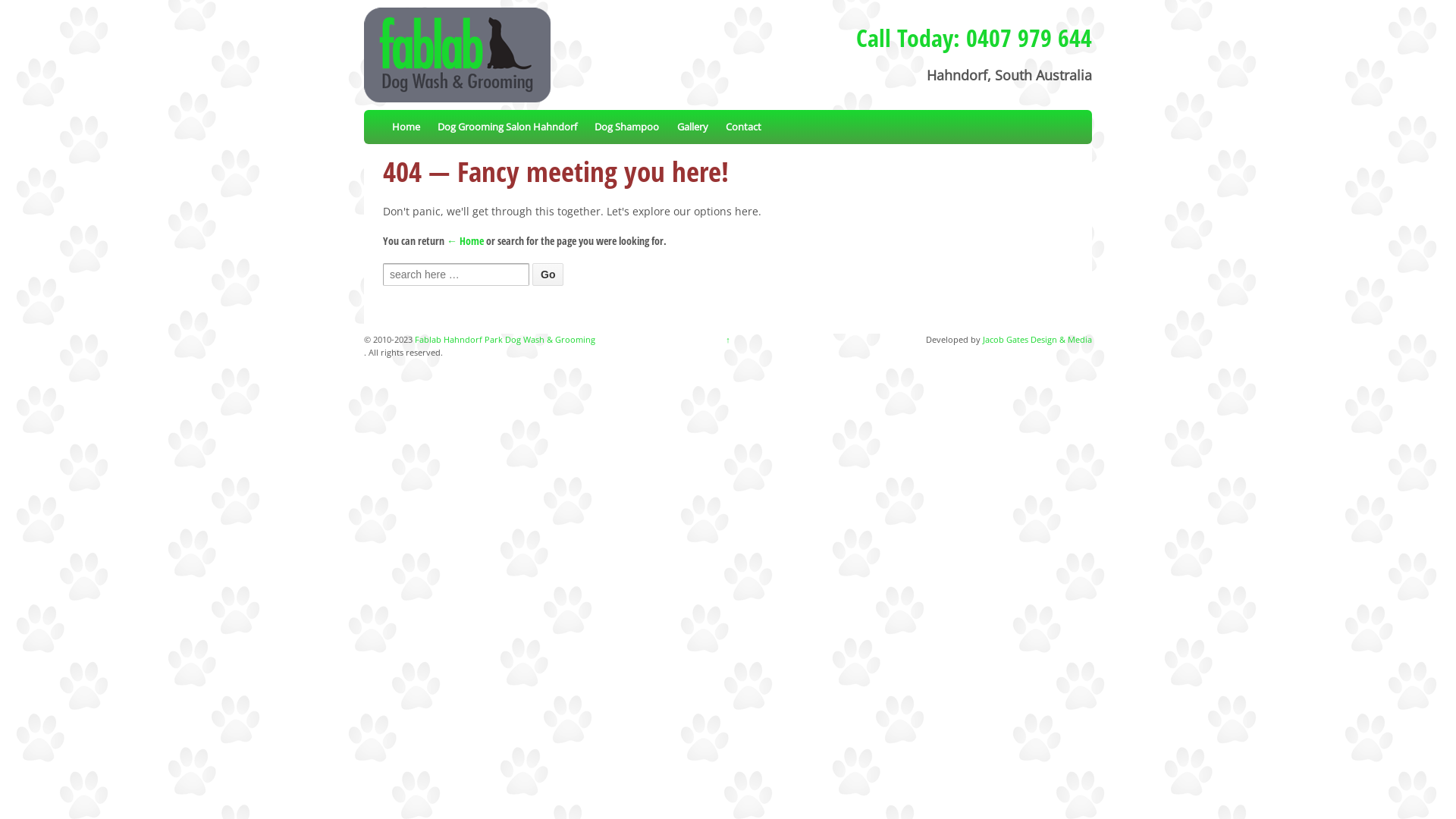  Describe the element at coordinates (507, 126) in the screenshot. I see `'Dog Grooming Salon Hahndorf'` at that location.